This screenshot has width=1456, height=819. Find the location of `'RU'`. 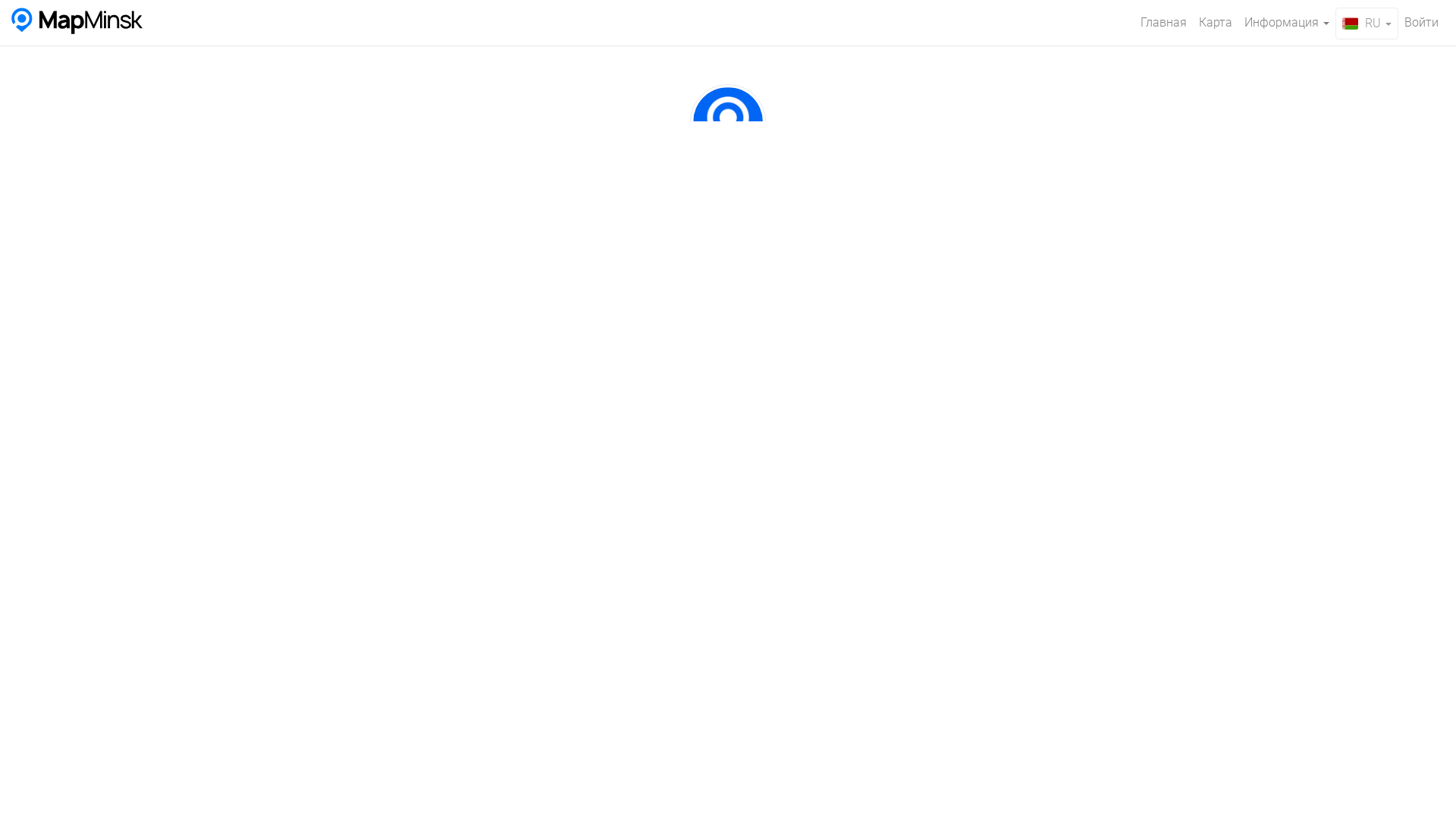

'RU' is located at coordinates (1367, 23).